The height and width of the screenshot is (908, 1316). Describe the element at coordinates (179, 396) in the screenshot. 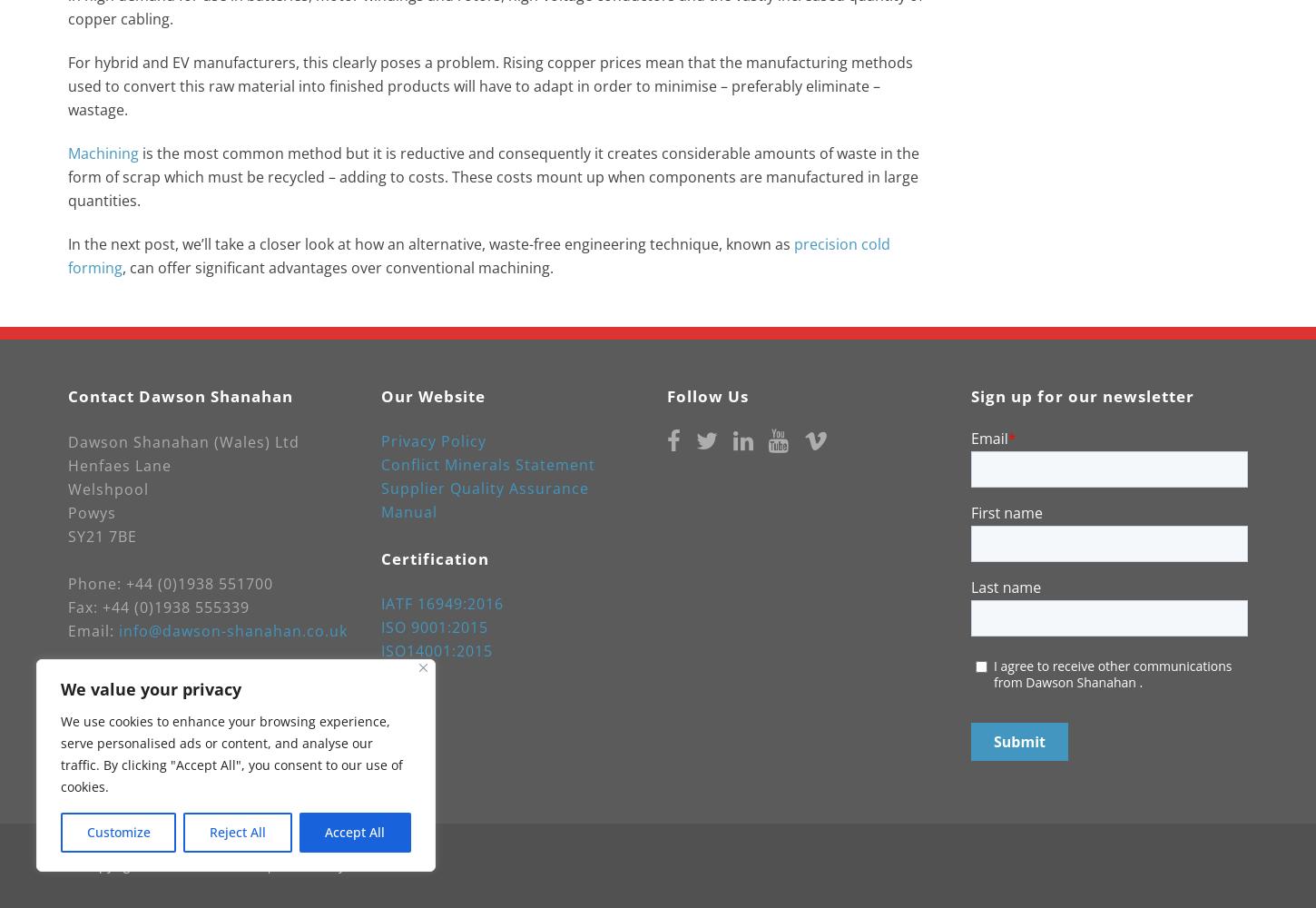

I see `'Contact Dawson Shanahan'` at that location.